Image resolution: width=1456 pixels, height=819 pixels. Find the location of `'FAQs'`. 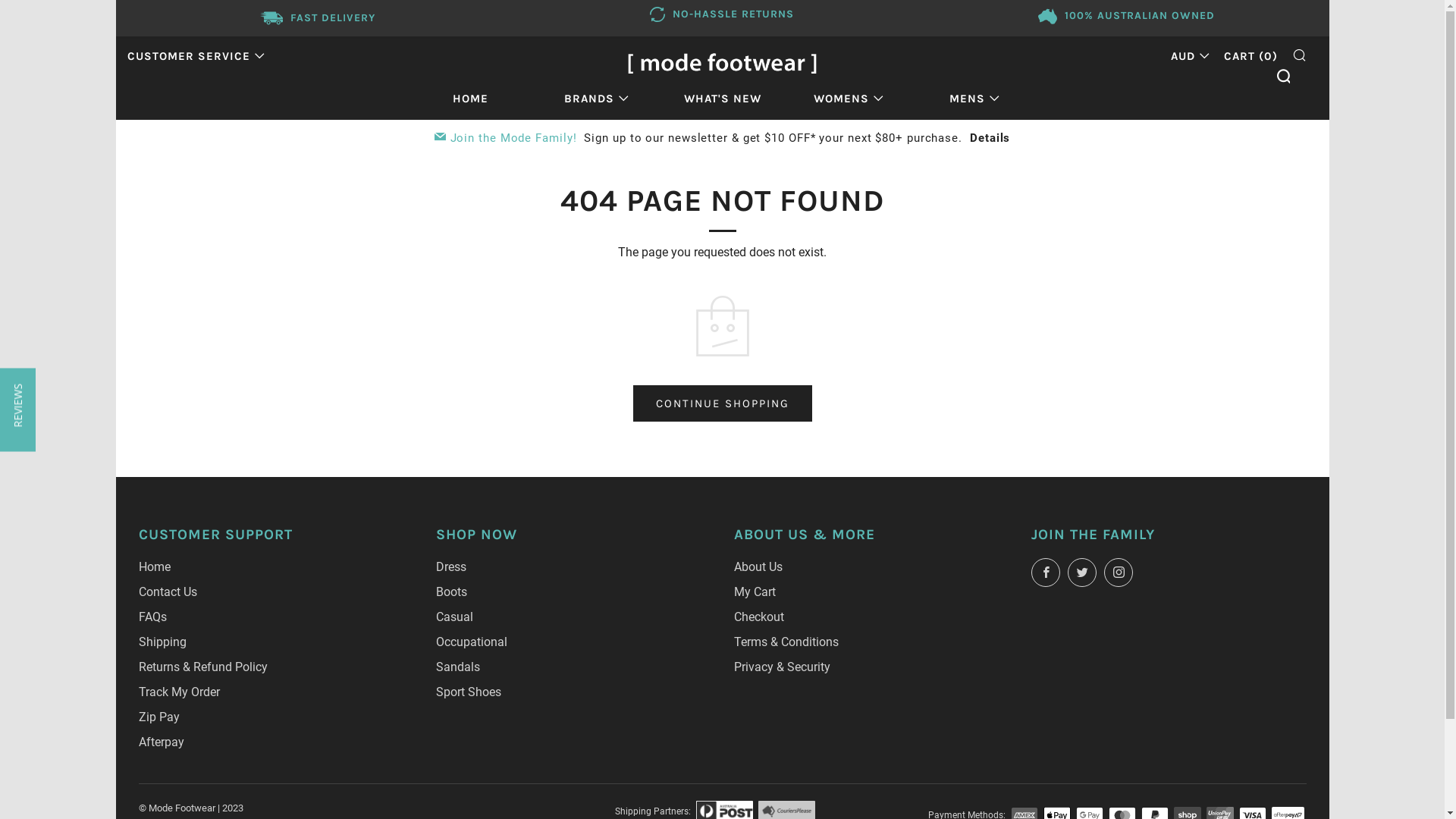

'FAQs' is located at coordinates (152, 617).